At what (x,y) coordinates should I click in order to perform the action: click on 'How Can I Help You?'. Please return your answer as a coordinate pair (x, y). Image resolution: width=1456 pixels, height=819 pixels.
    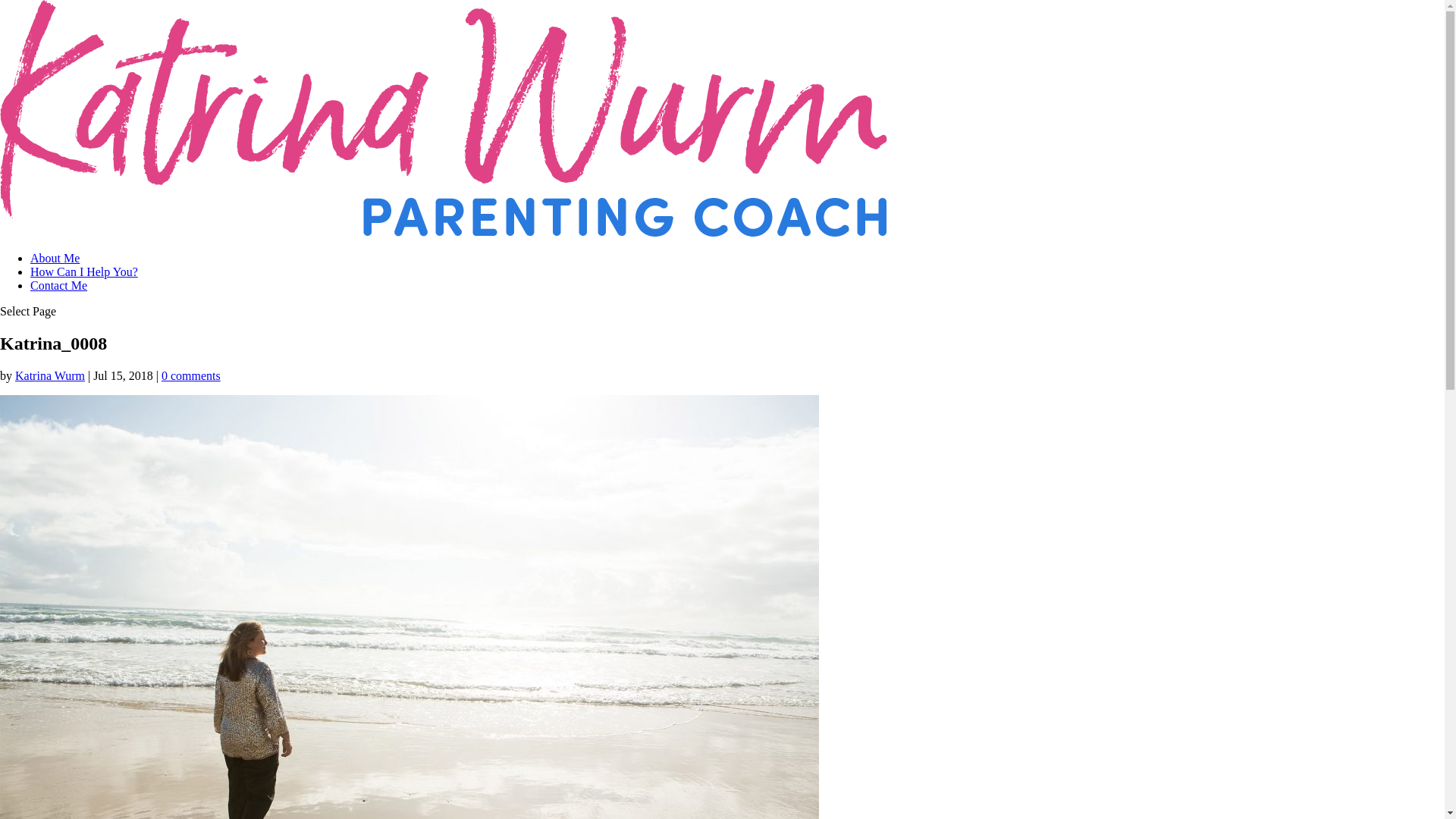
    Looking at the image, I should click on (83, 271).